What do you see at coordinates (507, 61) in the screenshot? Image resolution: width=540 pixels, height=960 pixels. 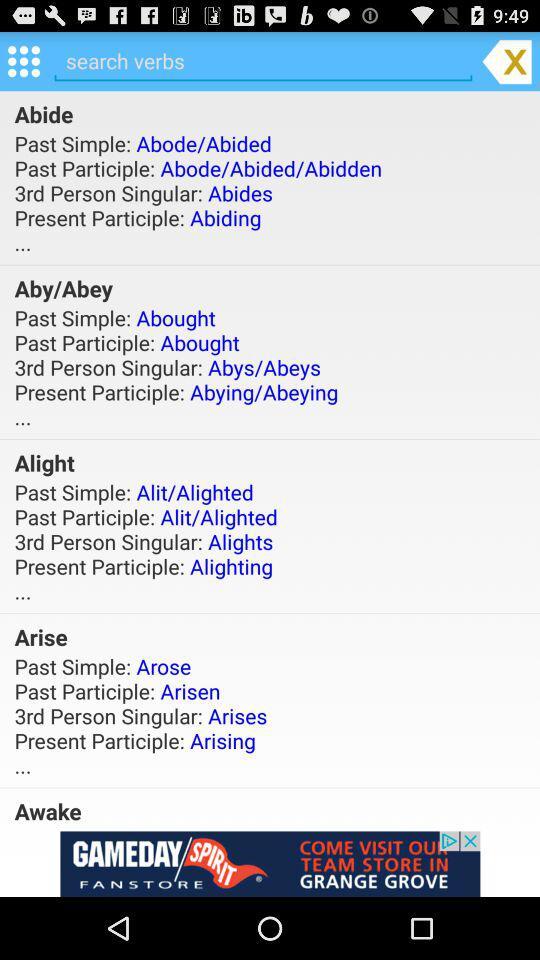 I see `exit the app` at bounding box center [507, 61].